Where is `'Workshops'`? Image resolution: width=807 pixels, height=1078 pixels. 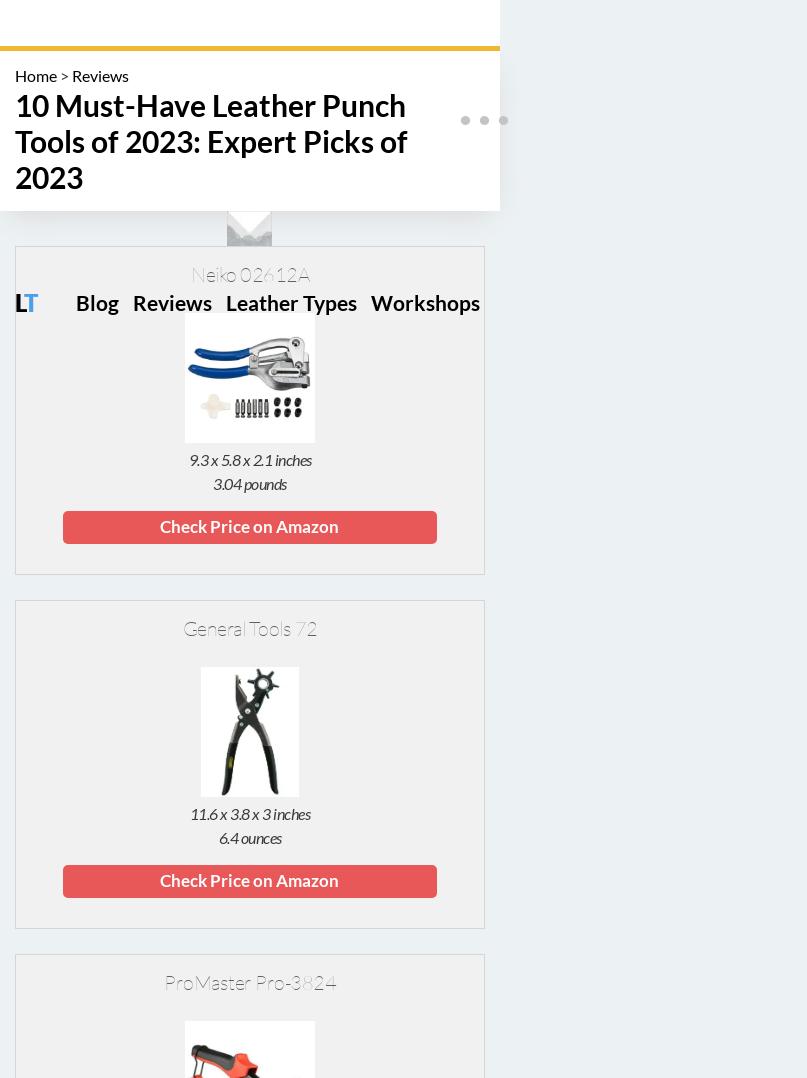
'Workshops' is located at coordinates (424, 302).